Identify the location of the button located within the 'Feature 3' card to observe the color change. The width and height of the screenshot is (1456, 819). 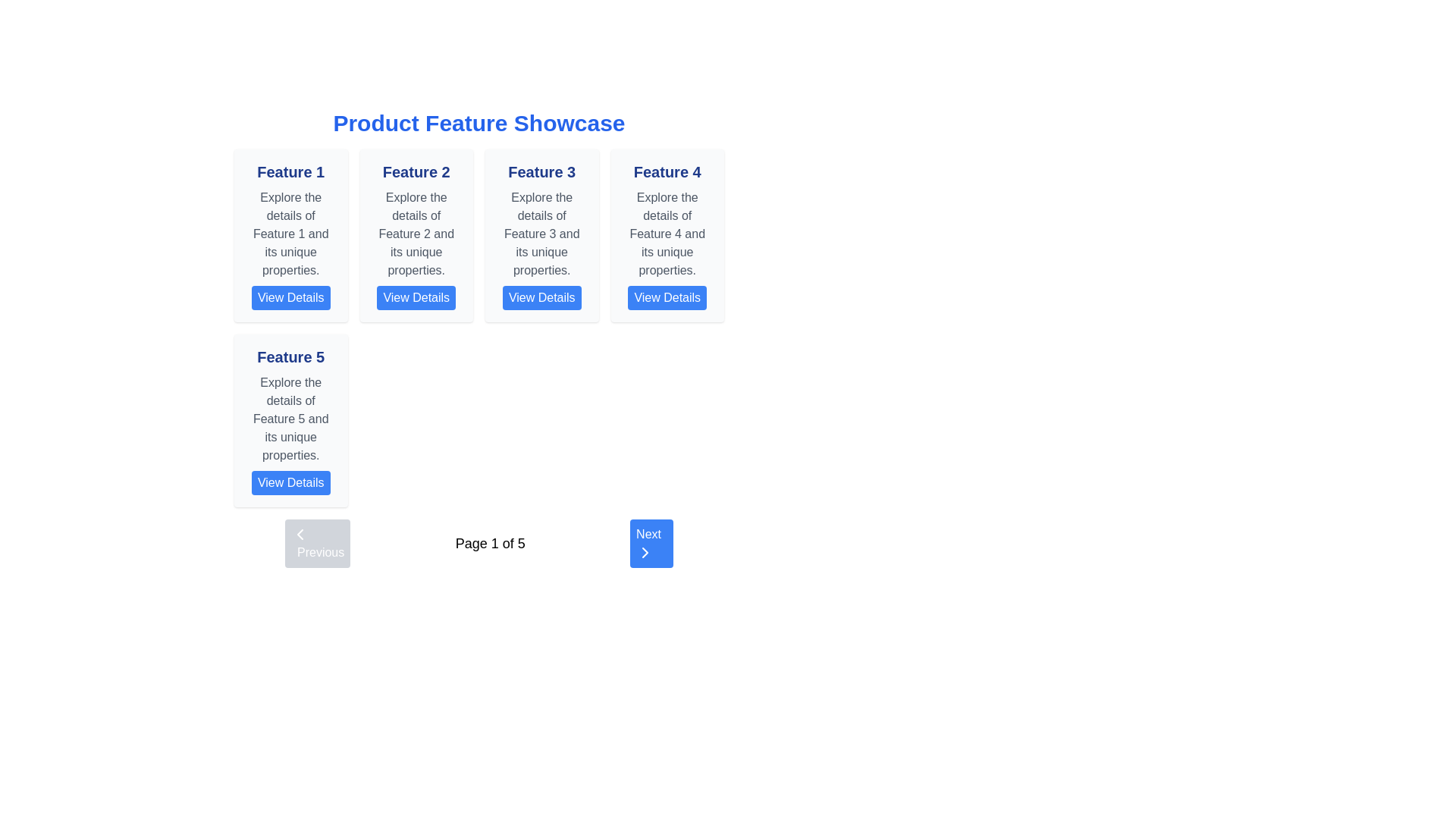
(541, 298).